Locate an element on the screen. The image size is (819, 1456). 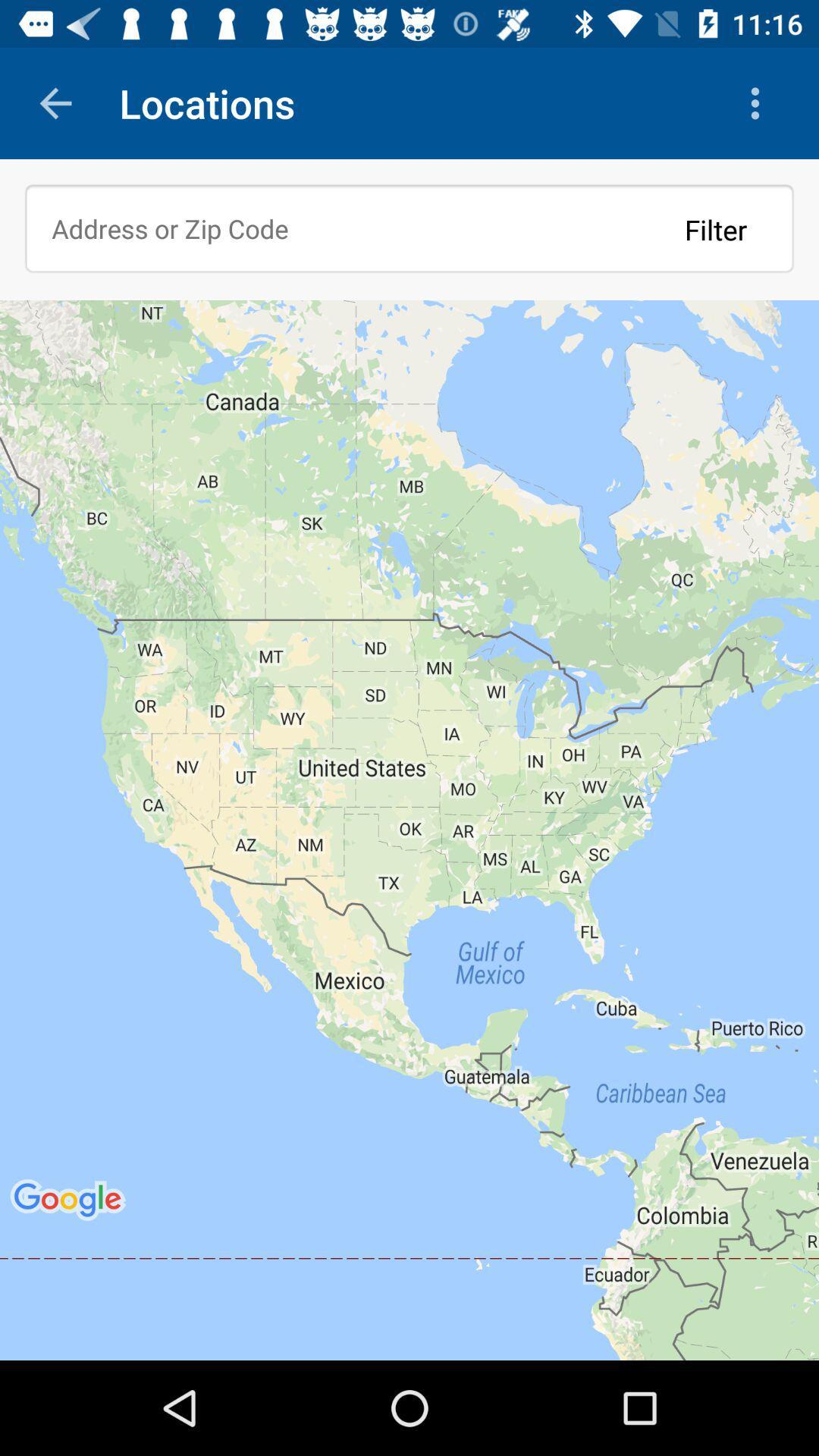
filter icon is located at coordinates (716, 228).